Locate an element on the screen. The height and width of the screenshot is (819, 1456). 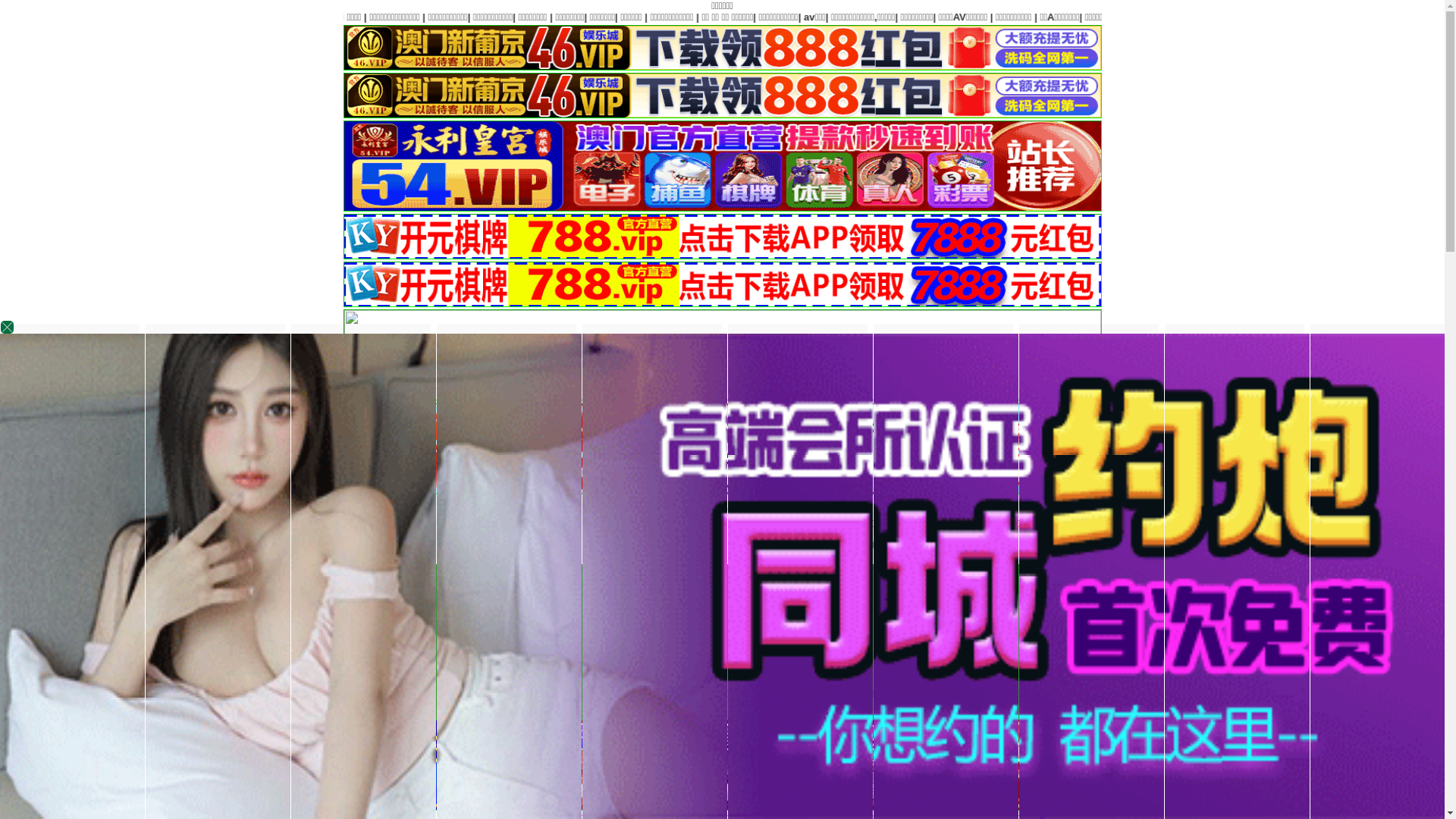
'|' is located at coordinates (999, 17).